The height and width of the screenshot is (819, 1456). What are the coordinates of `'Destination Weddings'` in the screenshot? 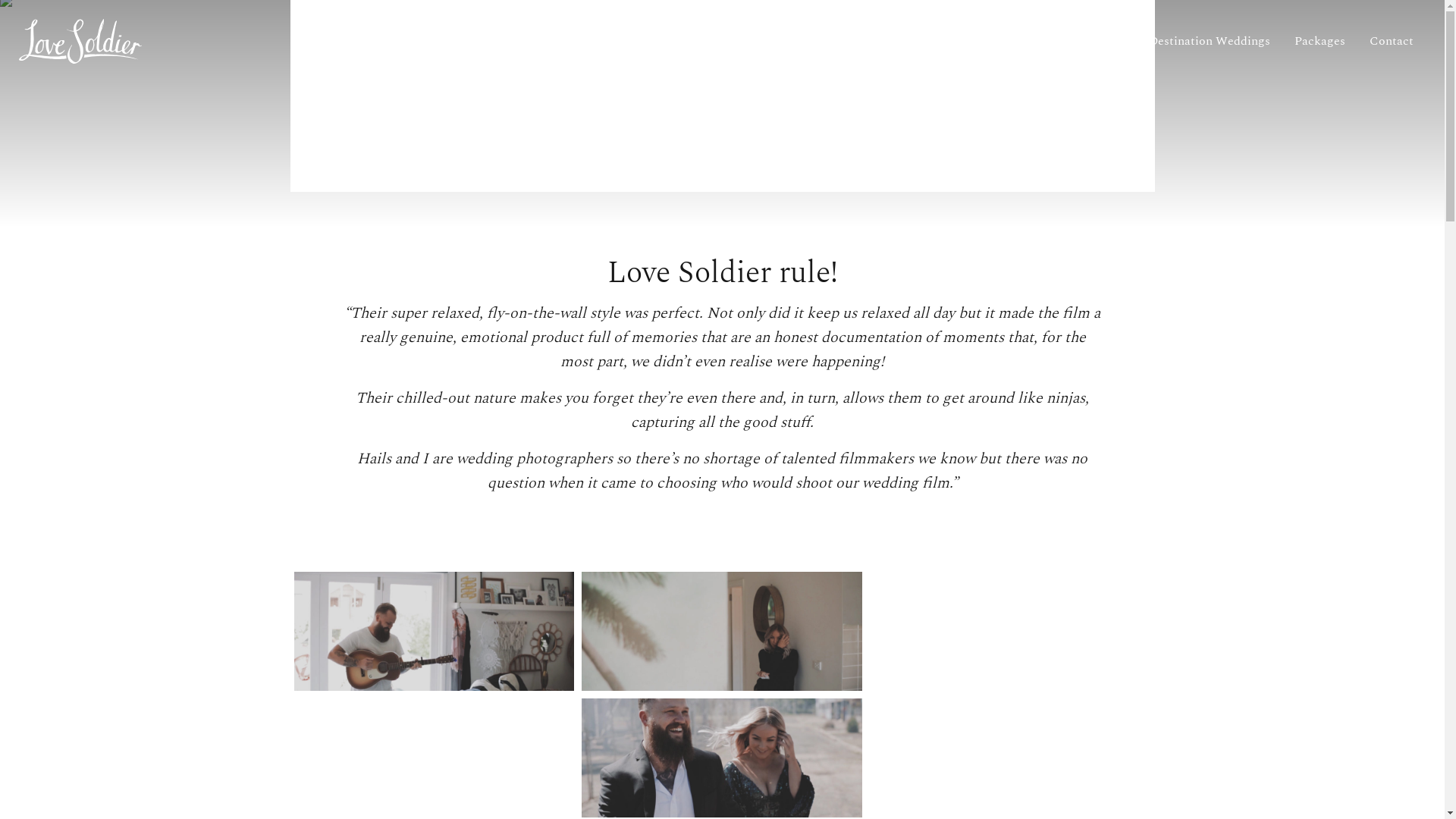 It's located at (1136, 40).